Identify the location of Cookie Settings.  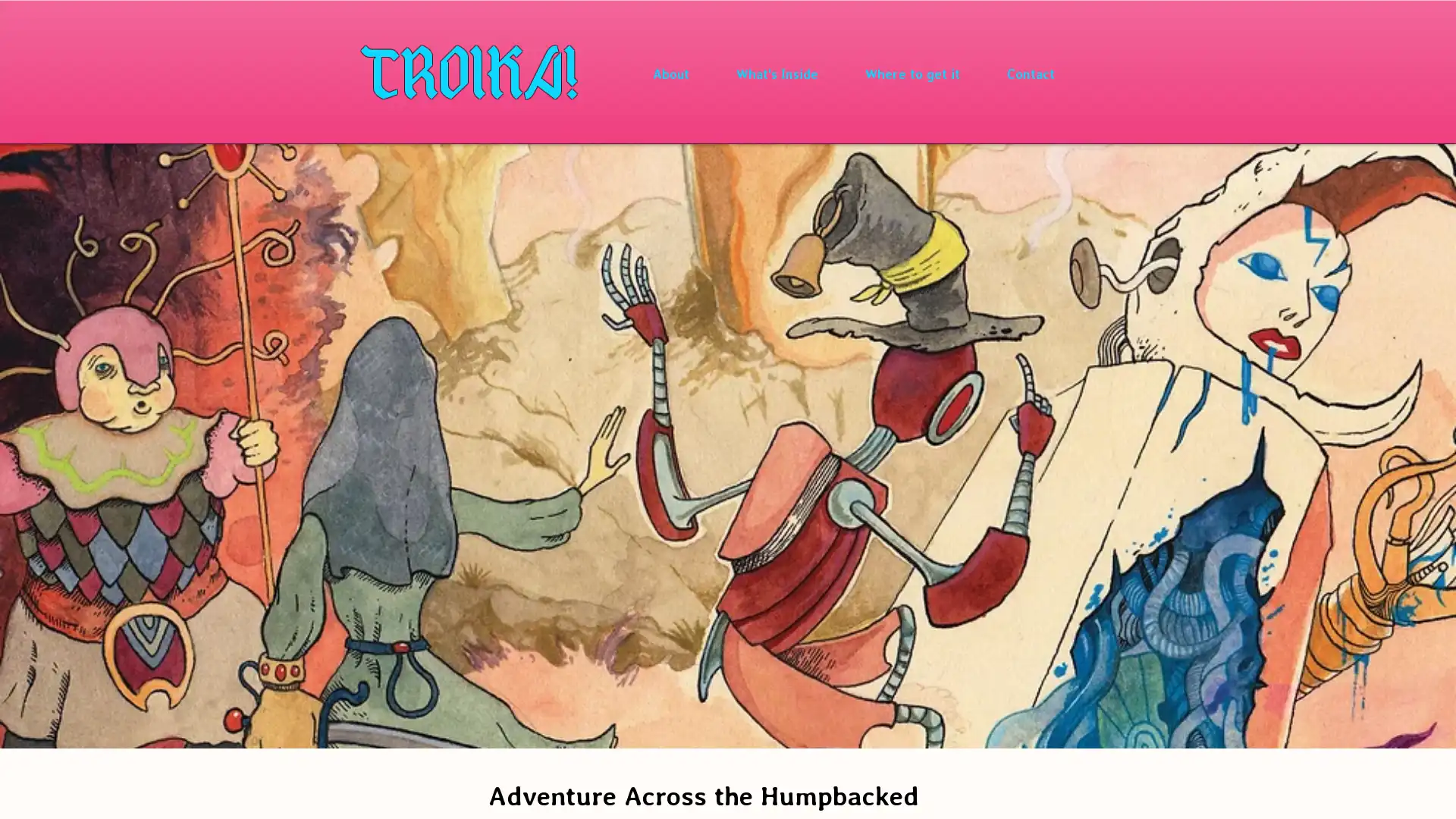
(1291, 792).